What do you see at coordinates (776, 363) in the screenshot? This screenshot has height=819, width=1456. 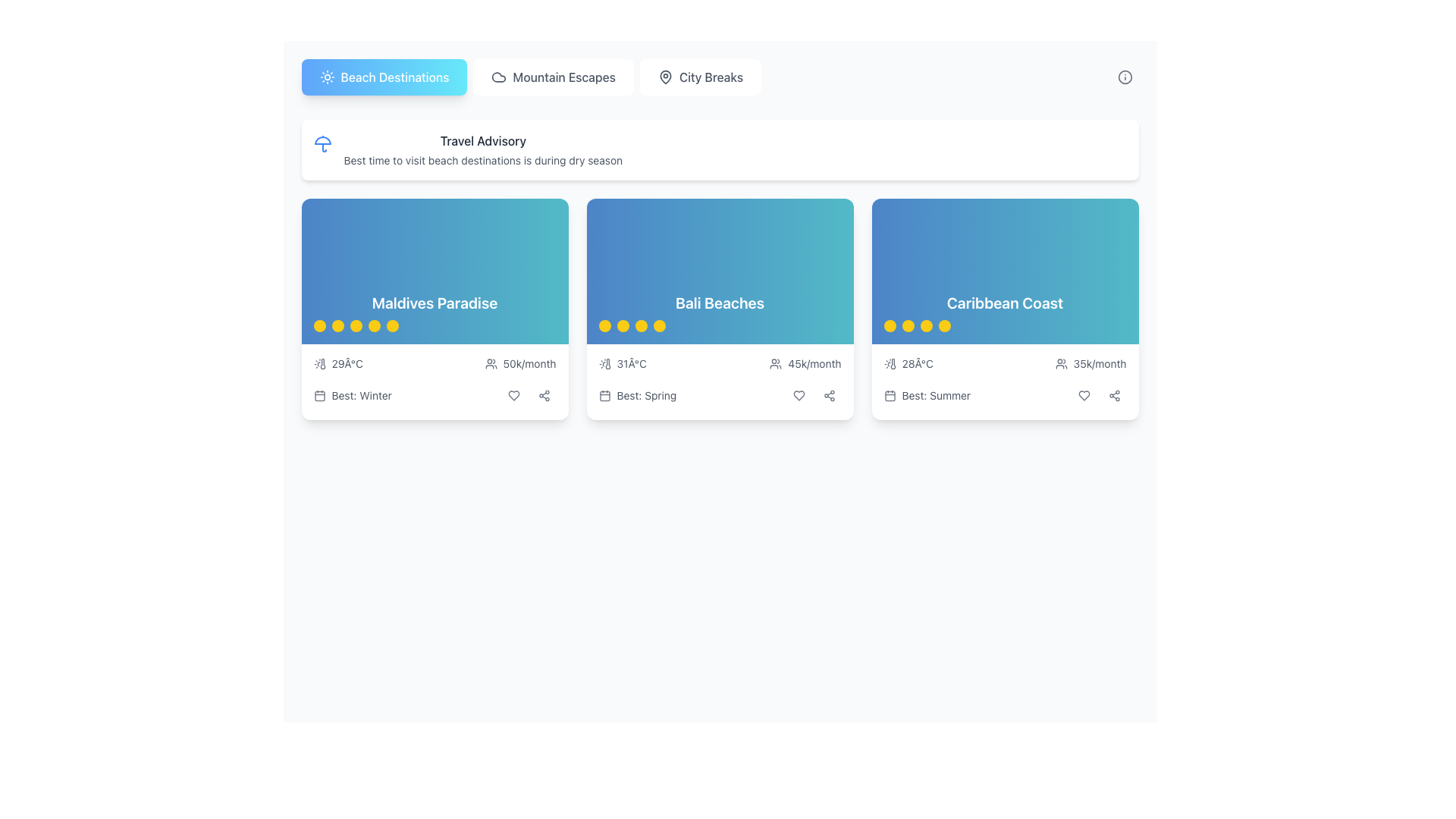 I see `the user icon SVG graphic located in the 'Bali Beaches' card, which is styled with 'text-gray-500' and appears before the text '45k/month'` at bounding box center [776, 363].